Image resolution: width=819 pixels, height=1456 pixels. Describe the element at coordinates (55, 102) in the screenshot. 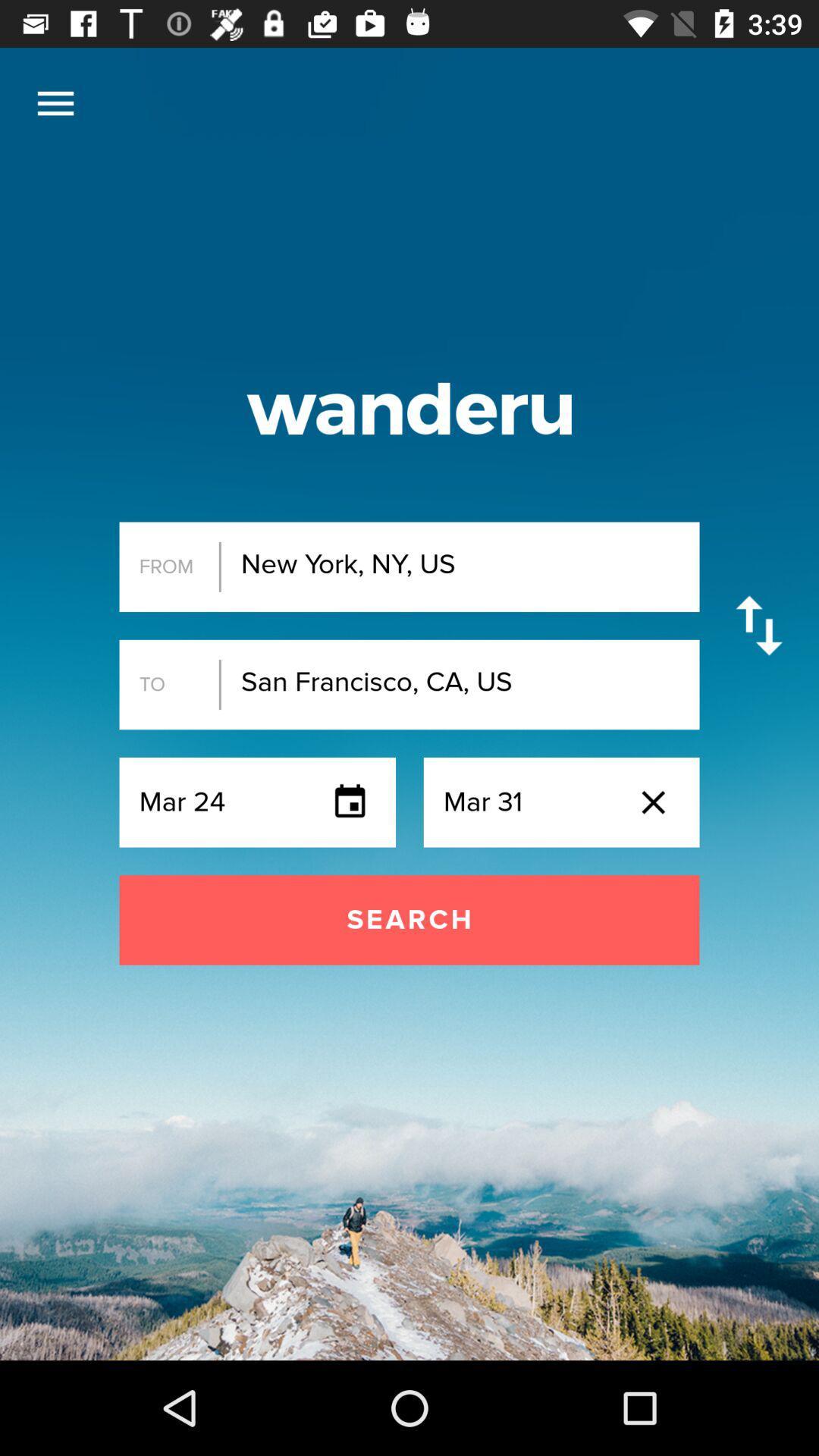

I see `see menu` at that location.